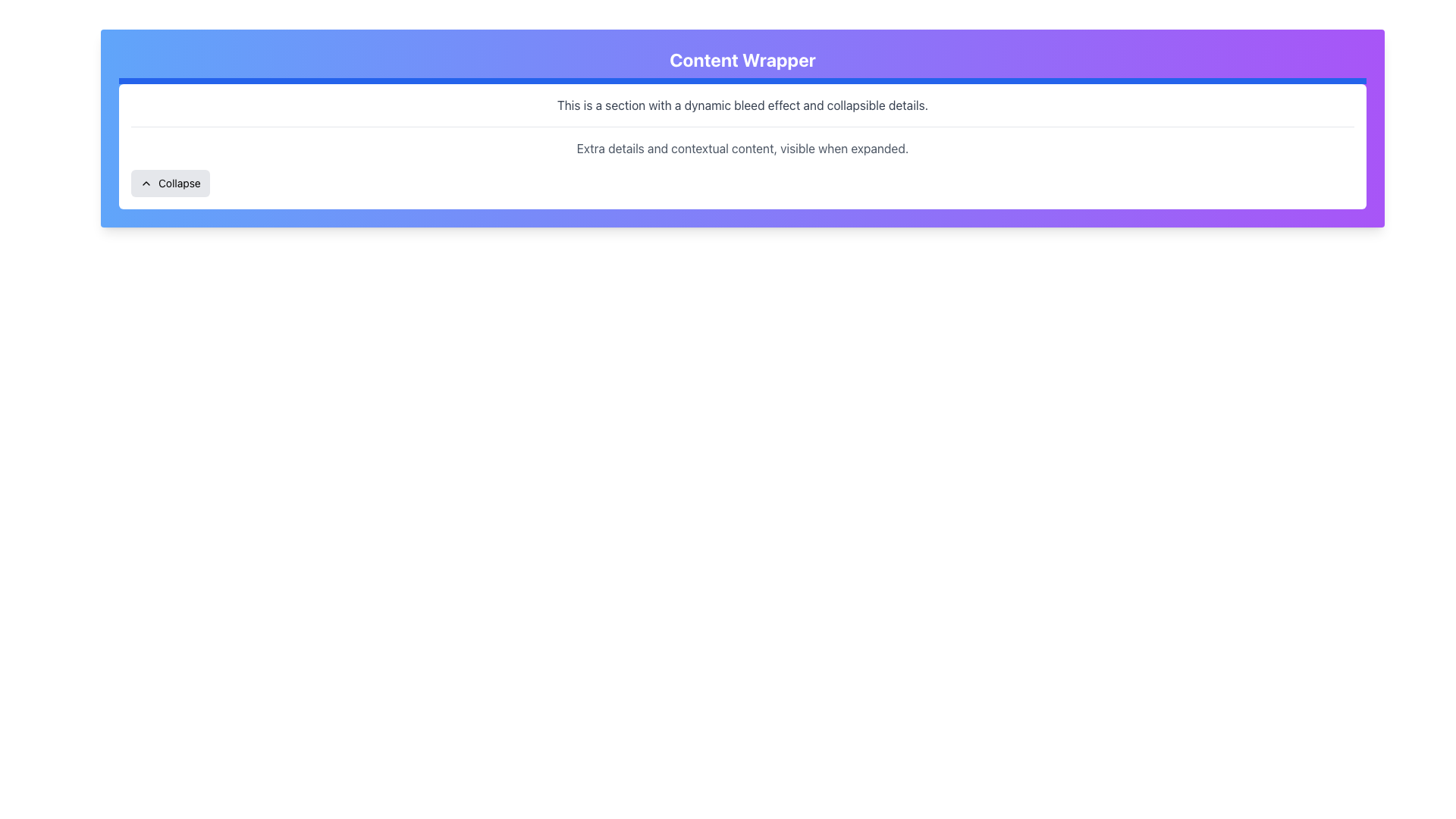  I want to click on the Text block displaying 'Extra details and contextual content, visible when expanded.' which is styled with a gray font color and positioned centrally below the introductory text and above the 'Collapse' button, so click(742, 142).